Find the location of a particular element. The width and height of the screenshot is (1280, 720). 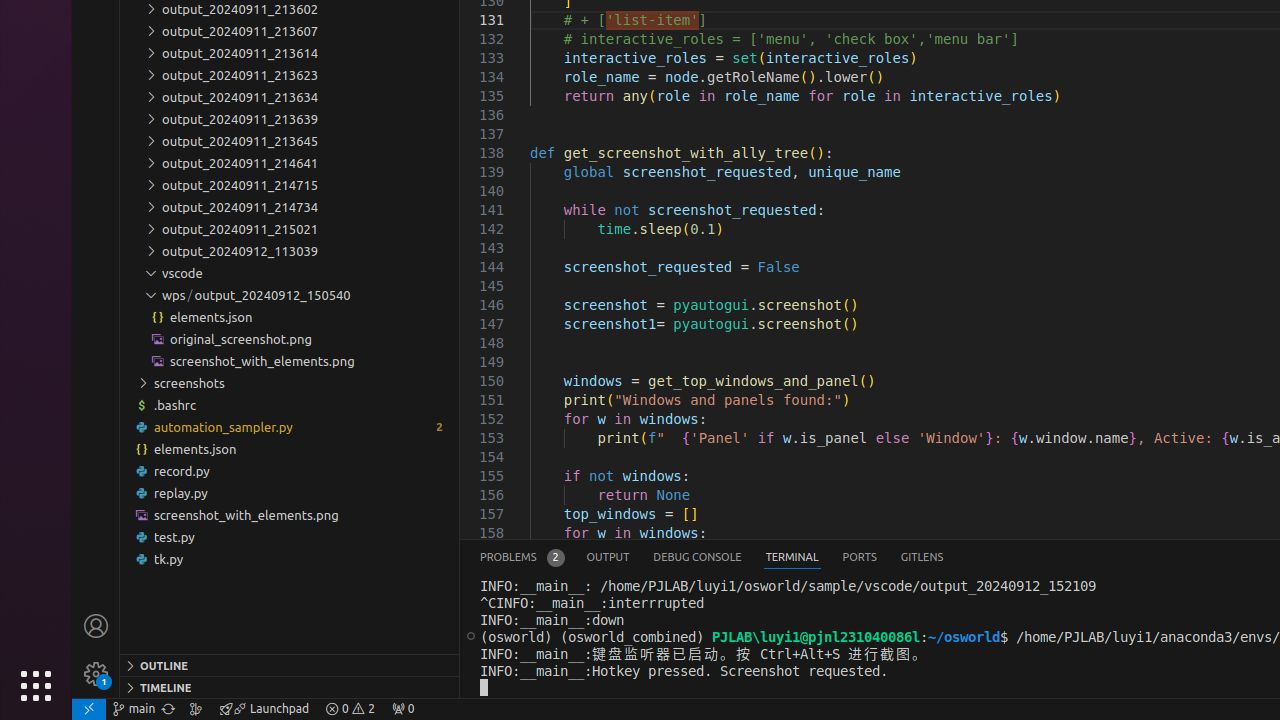

'output_20240911_213639' is located at coordinates (288, 119).